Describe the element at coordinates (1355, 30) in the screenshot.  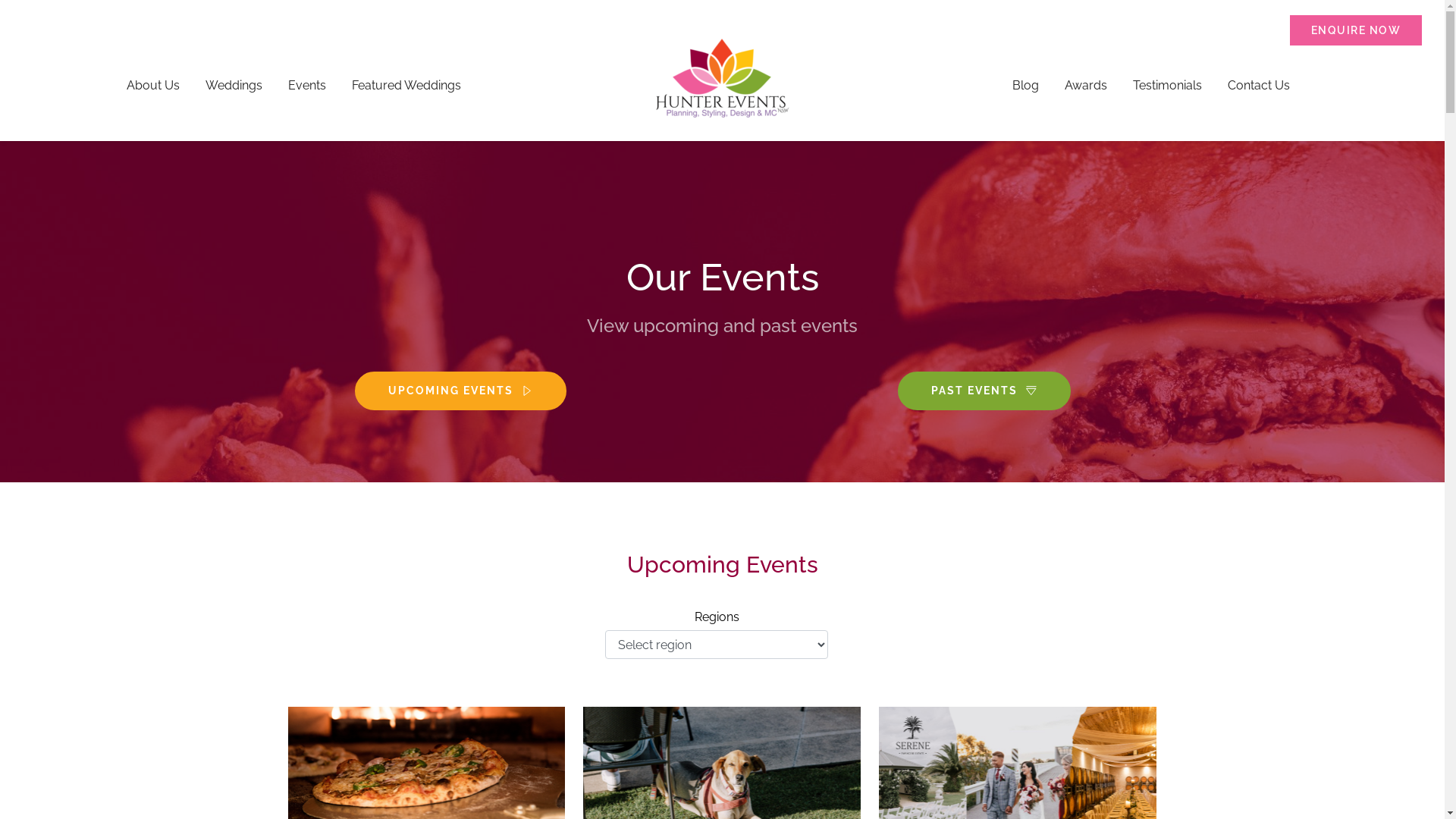
I see `'ENQUIRE NOW'` at that location.